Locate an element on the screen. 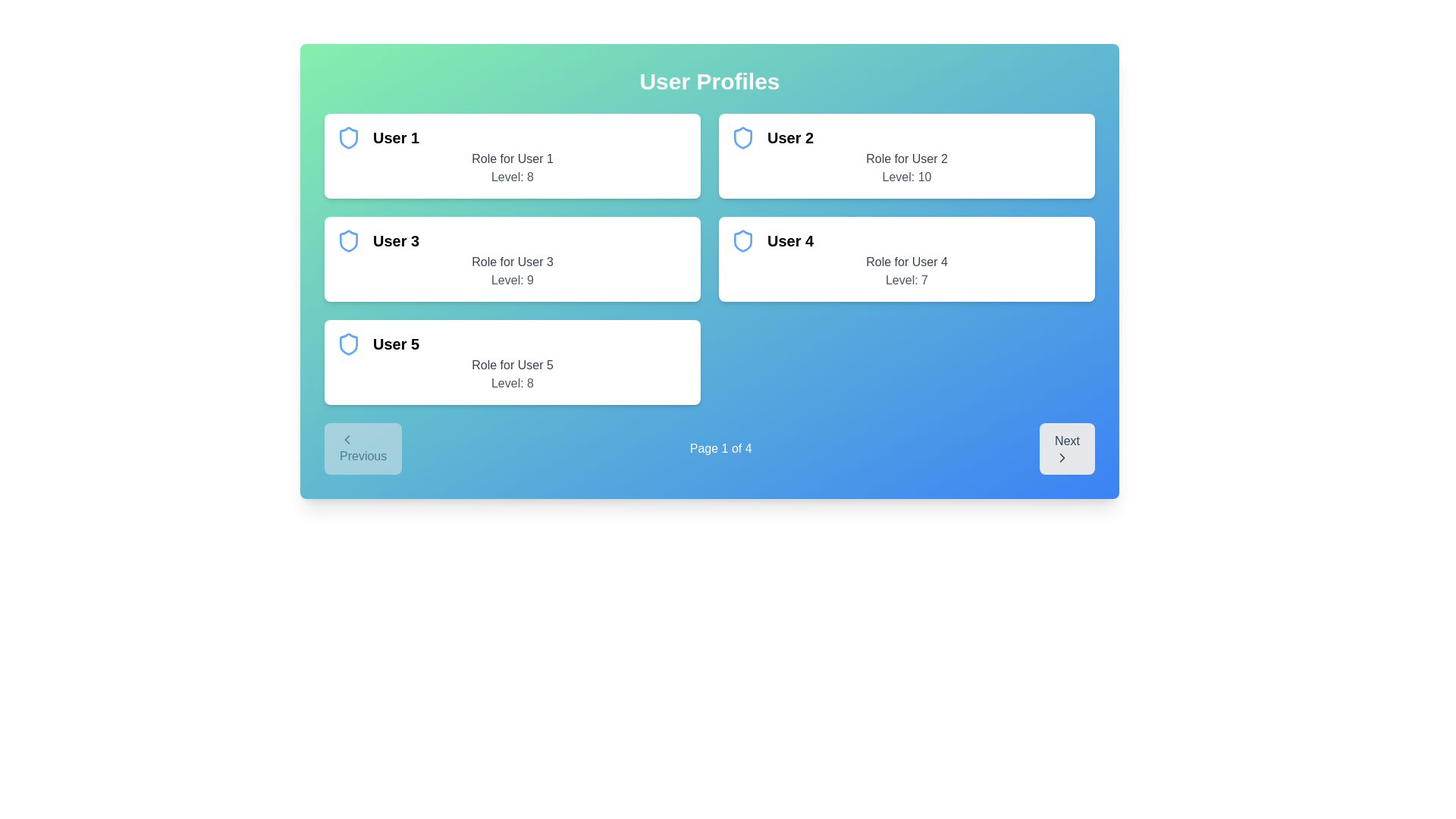  the Chevron icon located inside the 'Next' button at the bottom-right corner of the interface is located at coordinates (1062, 457).